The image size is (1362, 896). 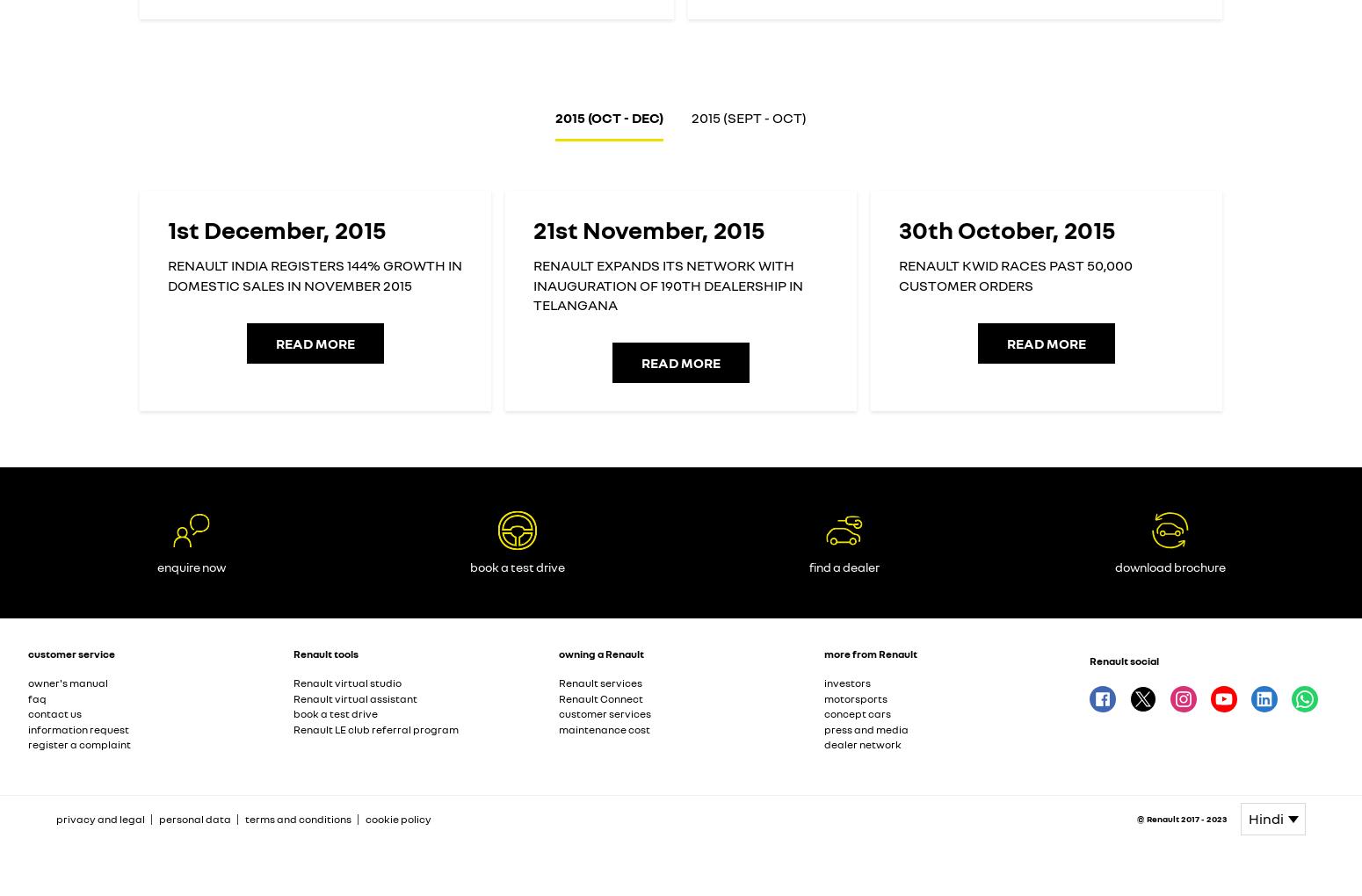 What do you see at coordinates (314, 275) in the screenshot?
I see `'RENAULT INDIA REGISTERS 144% GROWTH IN DOMESTIC SALES IN NOVEMBER 2015'` at bounding box center [314, 275].